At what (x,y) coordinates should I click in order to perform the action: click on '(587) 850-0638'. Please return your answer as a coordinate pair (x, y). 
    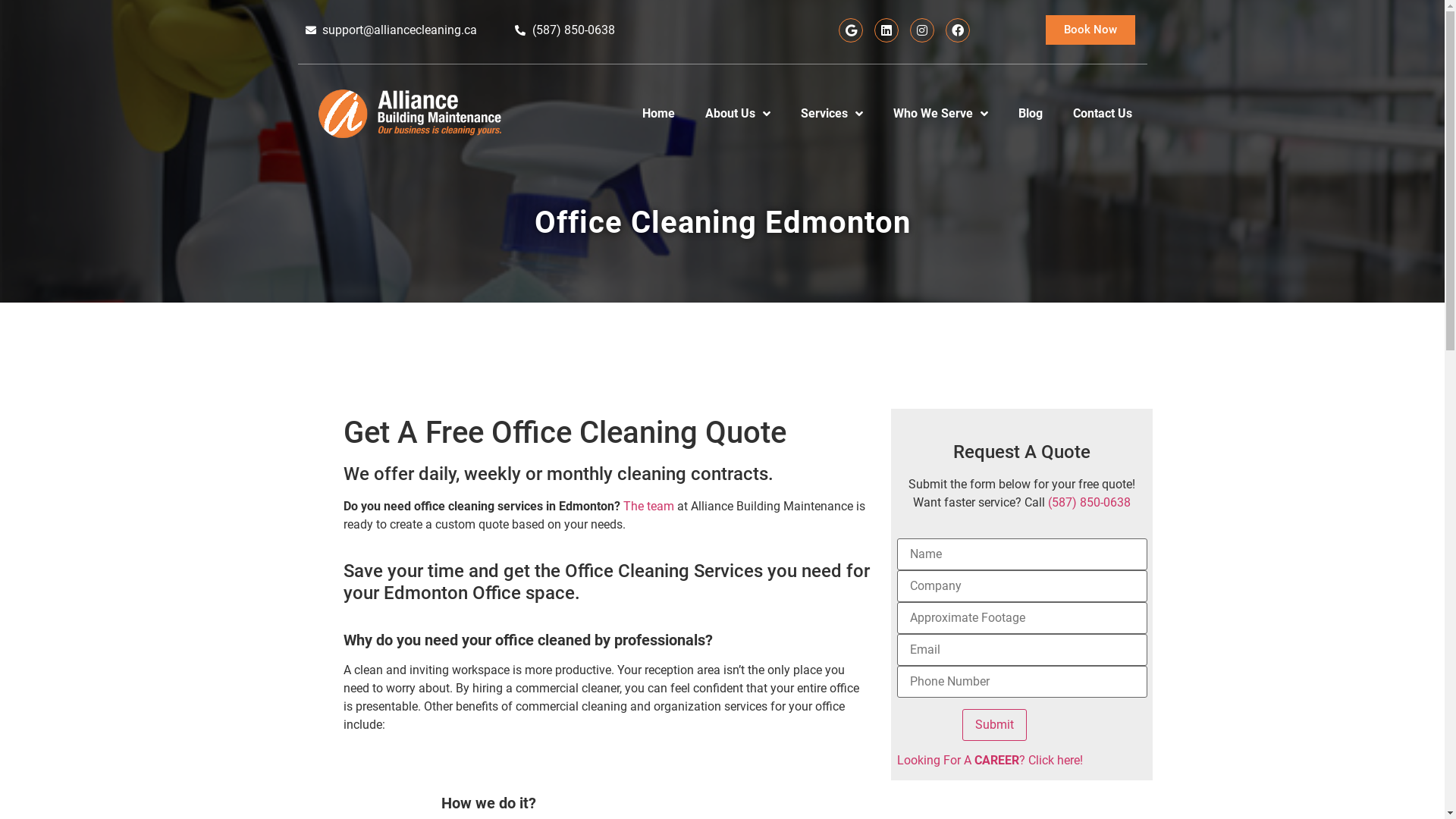
    Looking at the image, I should click on (514, 30).